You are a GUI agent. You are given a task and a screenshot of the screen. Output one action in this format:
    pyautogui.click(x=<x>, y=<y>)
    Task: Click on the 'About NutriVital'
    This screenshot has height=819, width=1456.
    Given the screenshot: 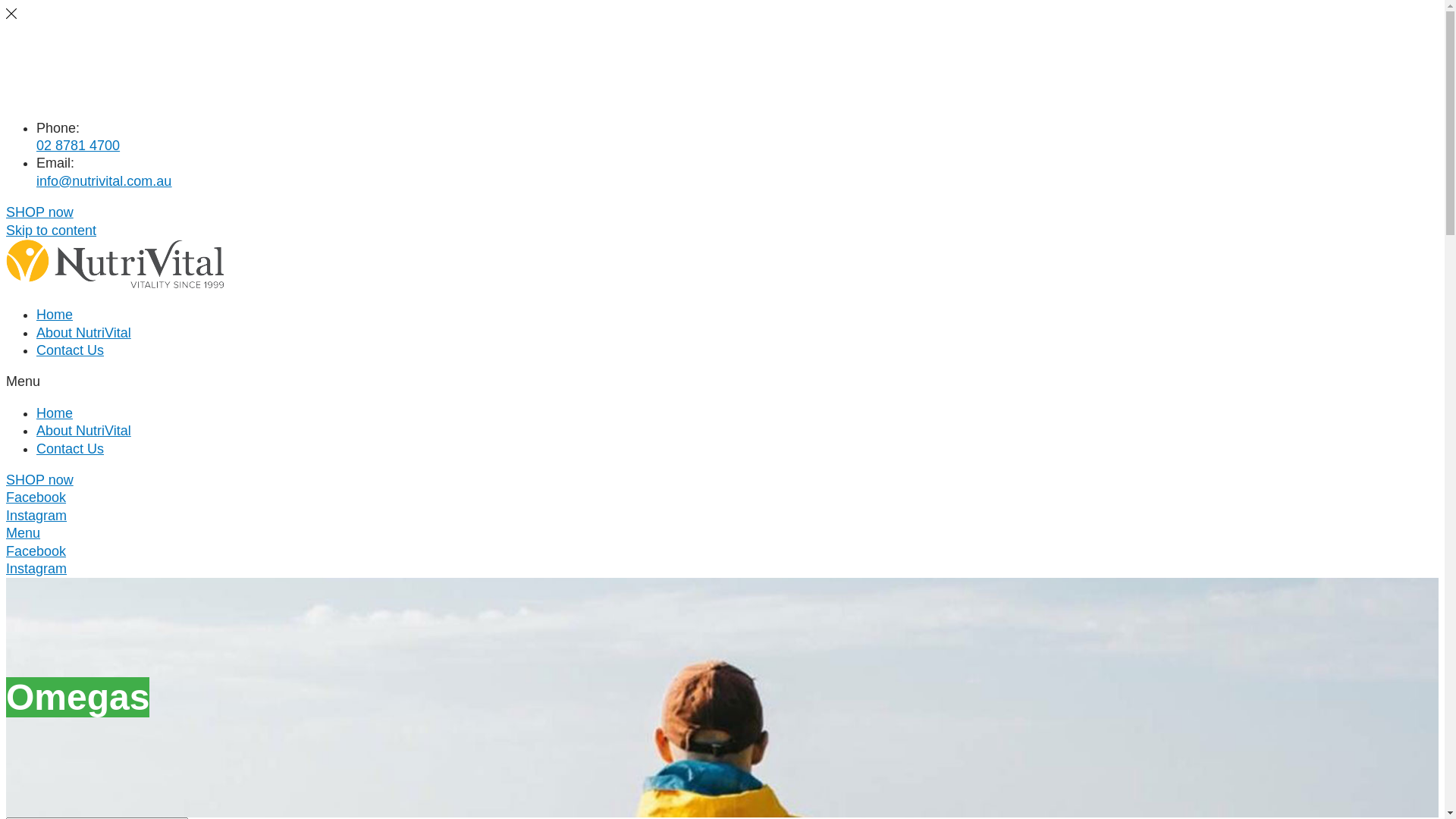 What is the action you would take?
    pyautogui.click(x=83, y=430)
    